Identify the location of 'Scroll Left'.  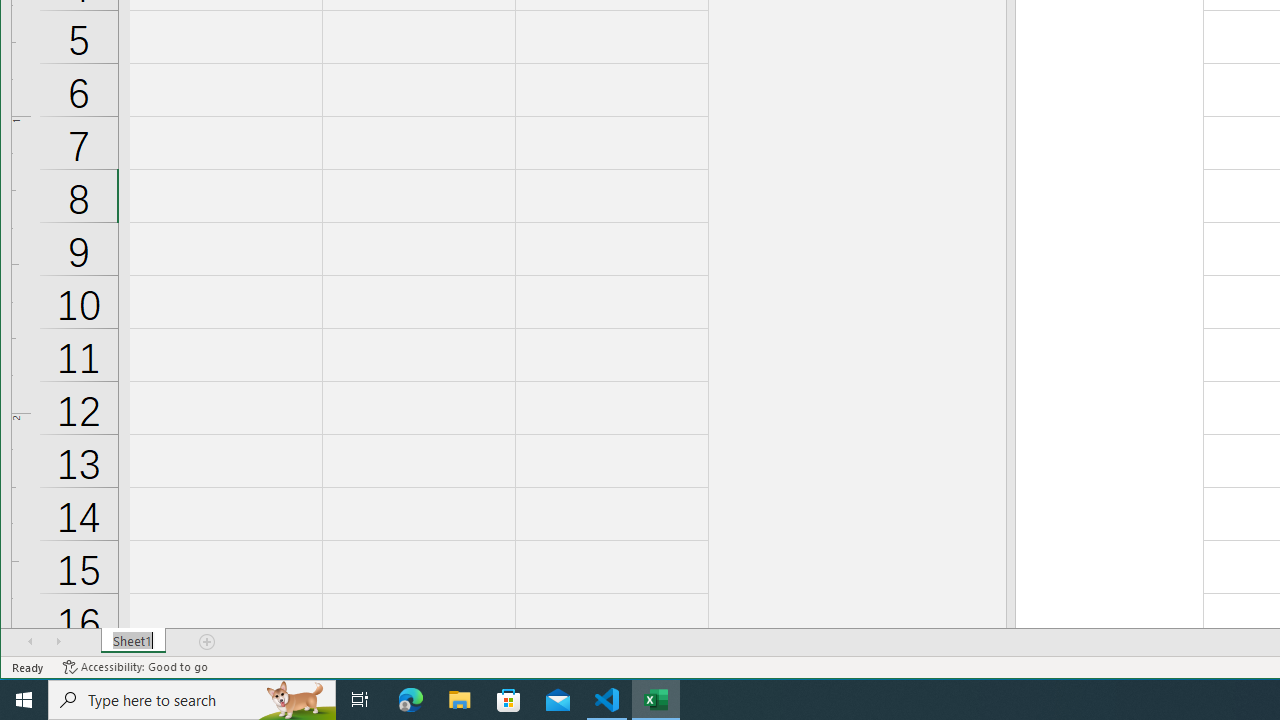
(30, 641).